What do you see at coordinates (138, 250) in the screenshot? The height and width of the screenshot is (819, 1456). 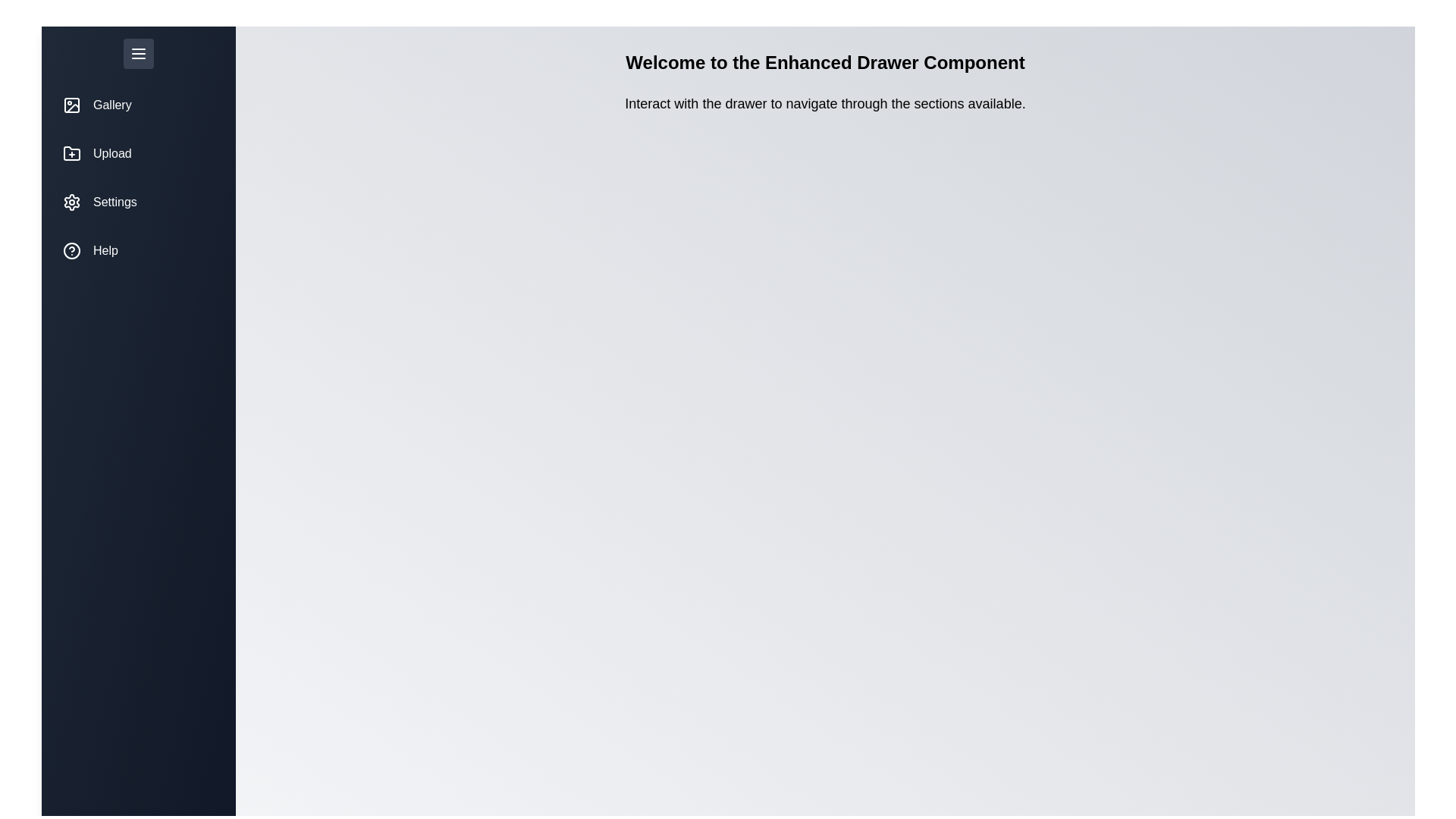 I see `the 'Help' section to navigate or interact` at bounding box center [138, 250].